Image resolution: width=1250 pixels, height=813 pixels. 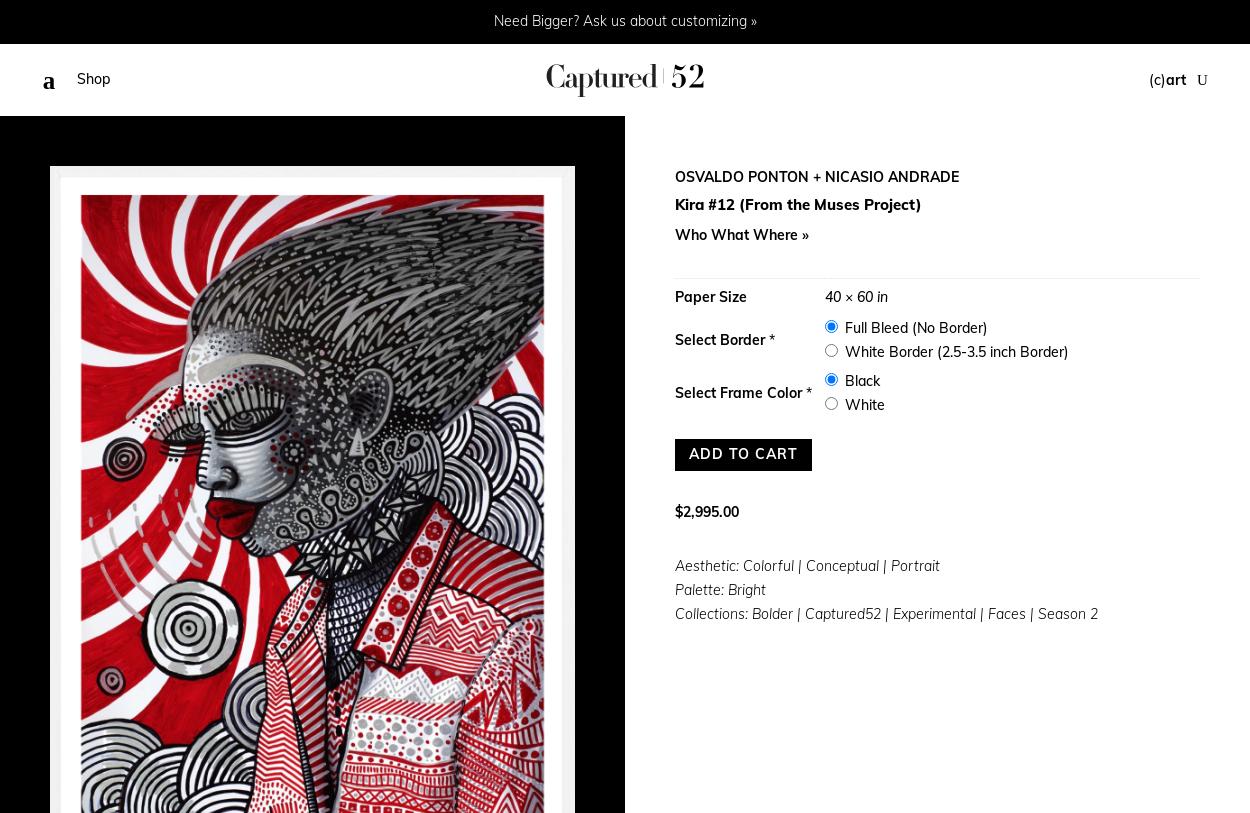 What do you see at coordinates (862, 404) in the screenshot?
I see `'White'` at bounding box center [862, 404].